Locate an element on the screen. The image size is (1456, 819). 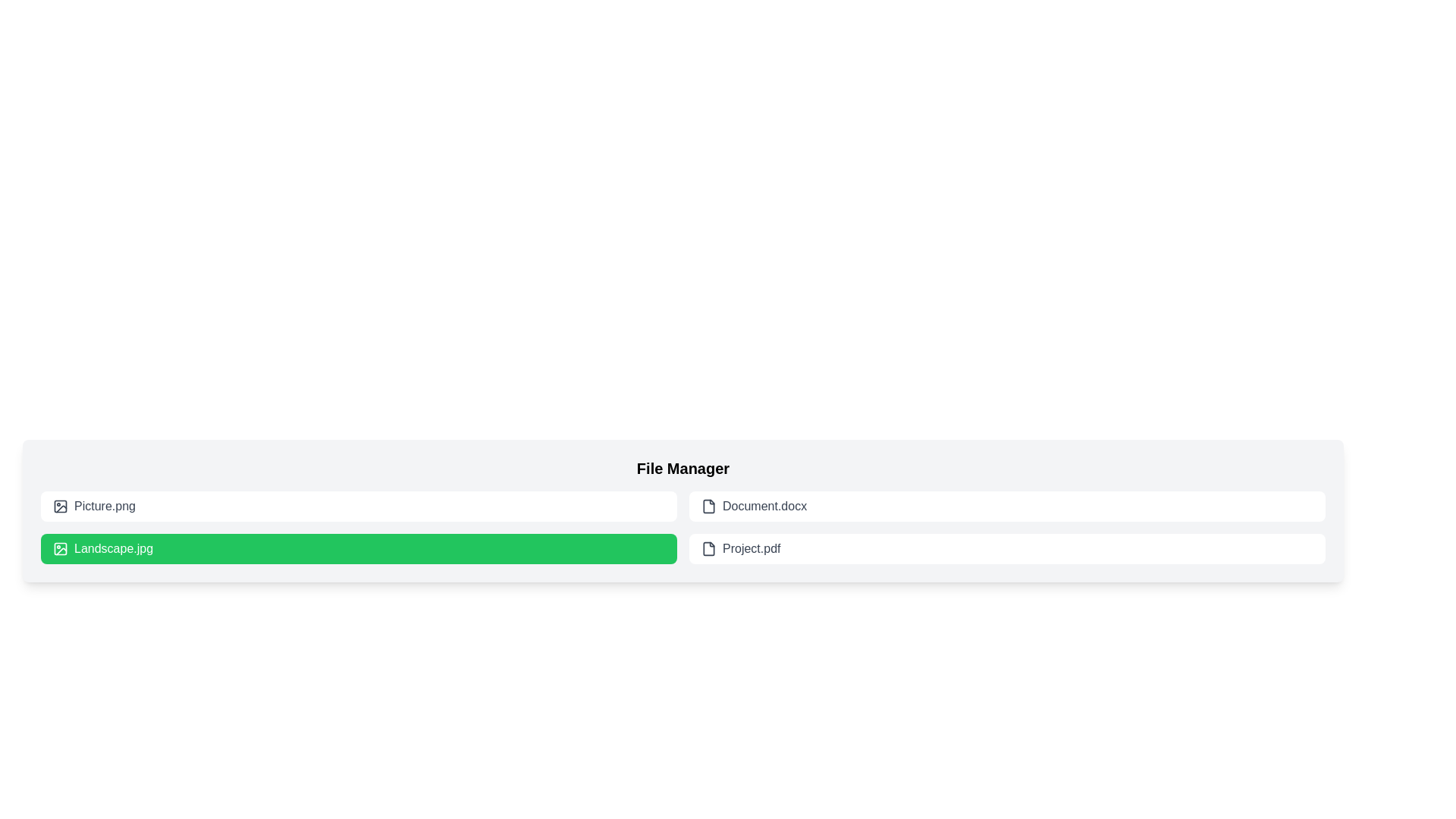
the file item labeled Landscape.jpg is located at coordinates (358, 549).